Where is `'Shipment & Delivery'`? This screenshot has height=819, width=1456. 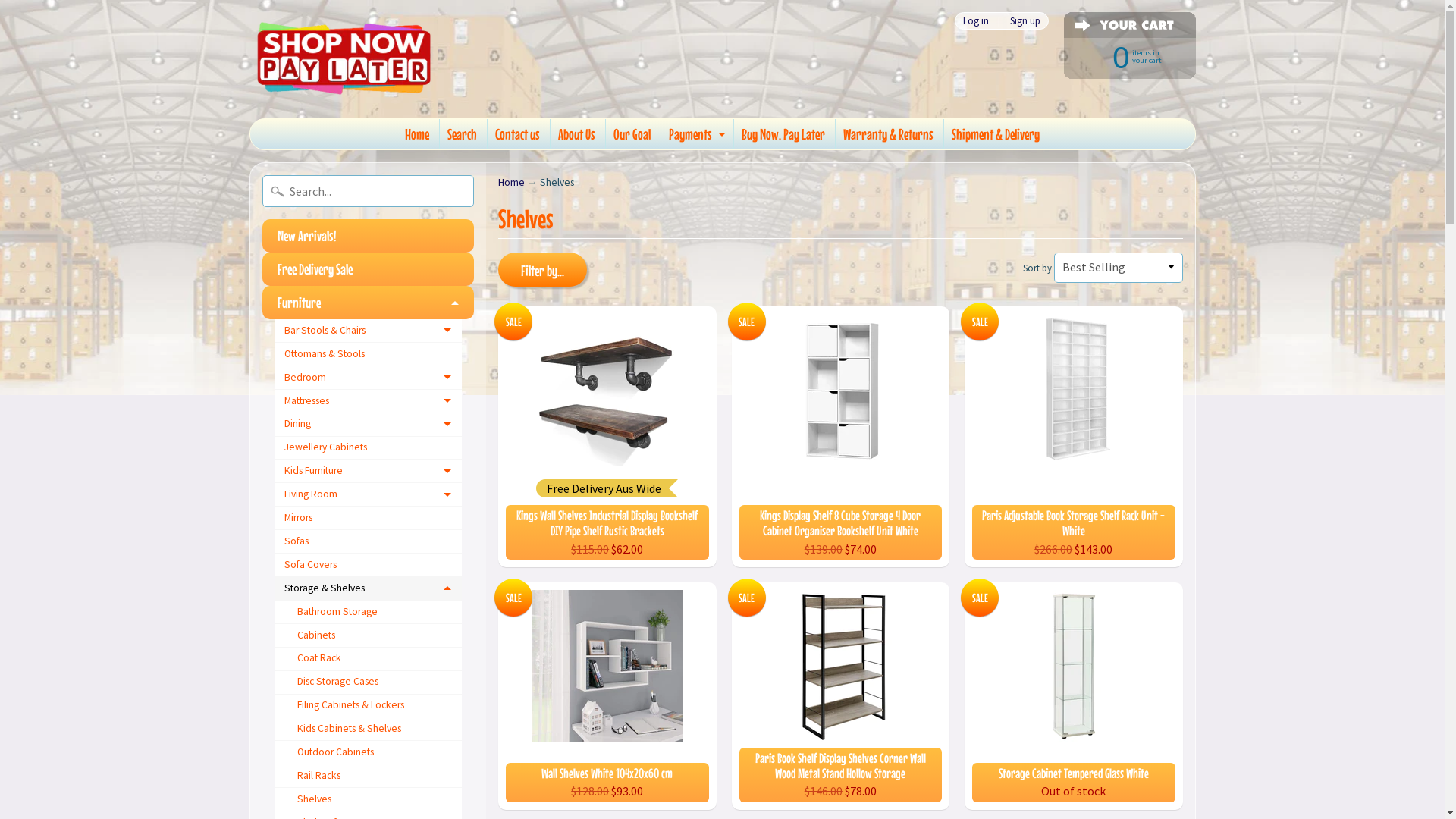 'Shipment & Delivery' is located at coordinates (996, 133).